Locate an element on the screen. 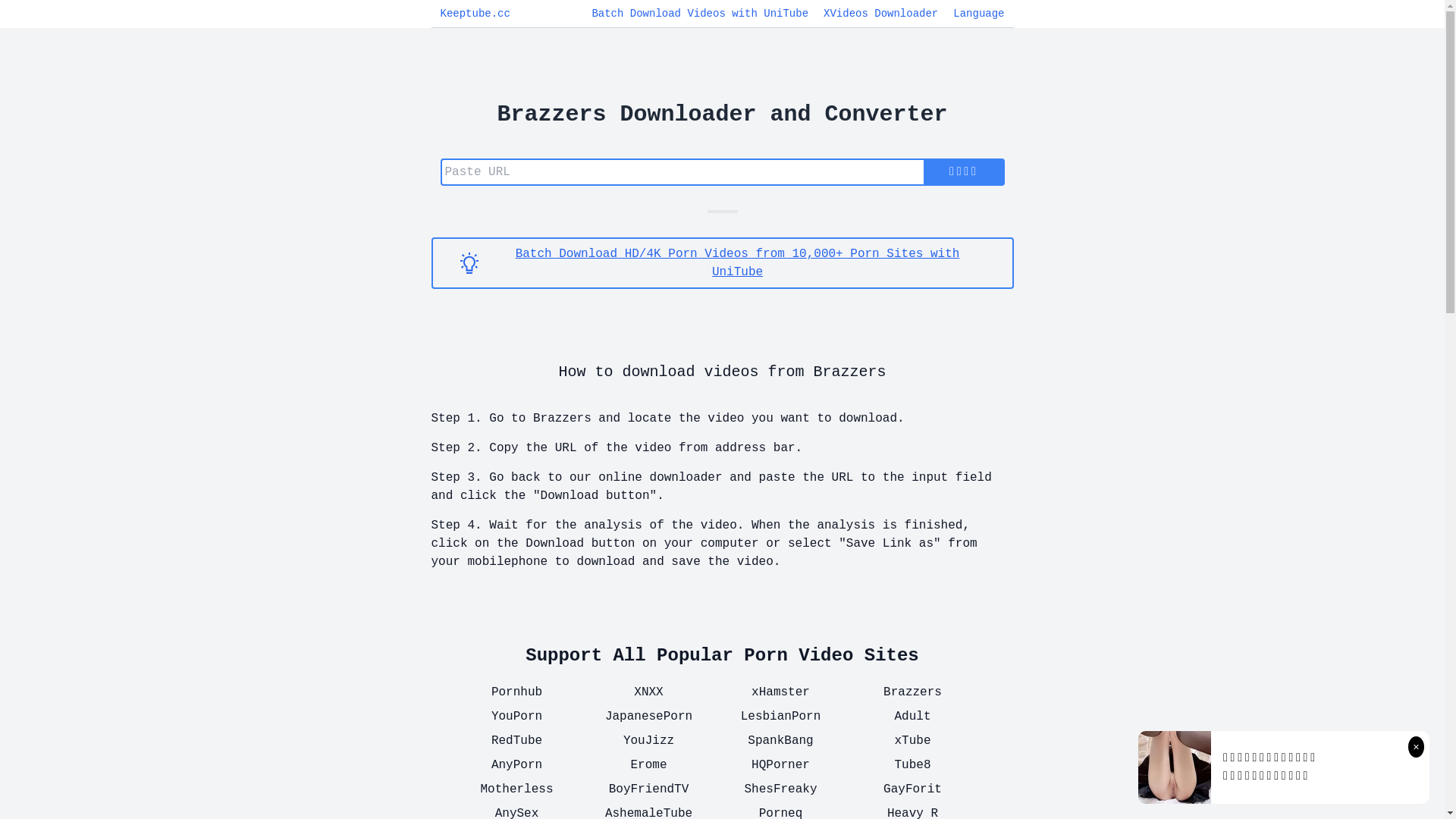  'LesbianPorn' is located at coordinates (780, 717).